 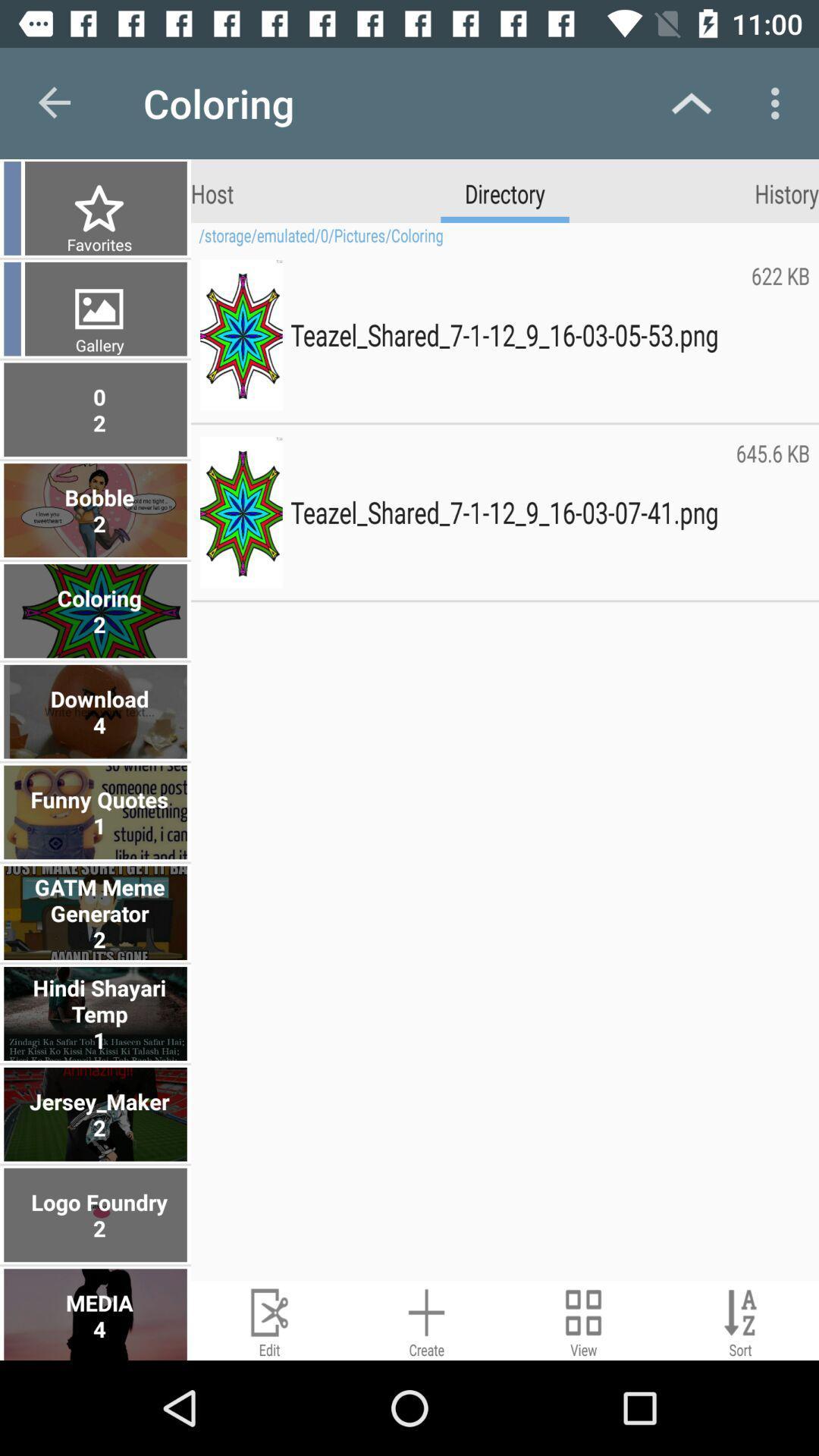 I want to click on icon next to the coloring, so click(x=55, y=102).